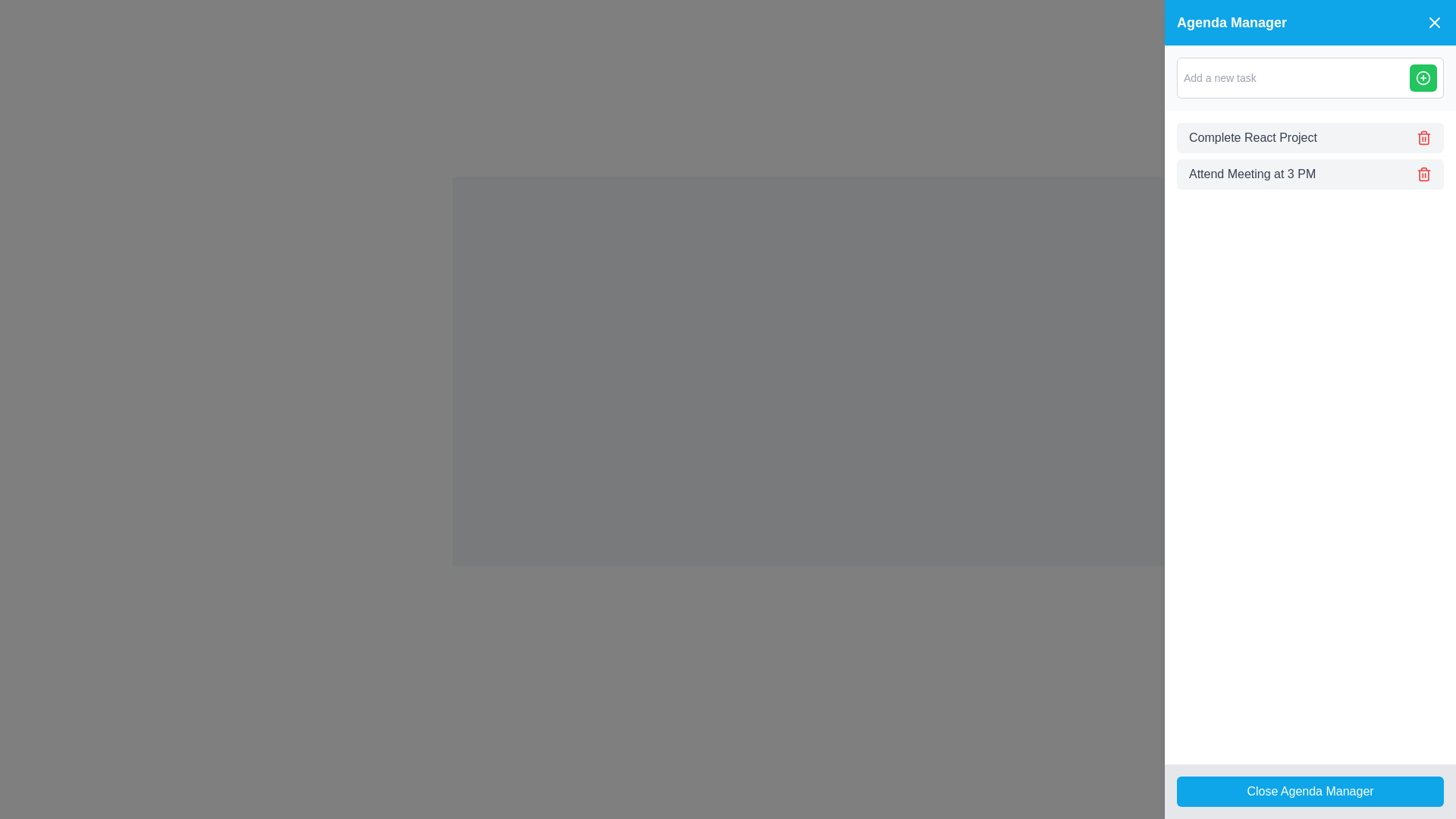 This screenshot has width=1456, height=819. Describe the element at coordinates (1232, 23) in the screenshot. I see `the 'Agenda Manager' label, which is a bold, large text label in white on a sky-blue background located at the top of the user interface panel` at that location.